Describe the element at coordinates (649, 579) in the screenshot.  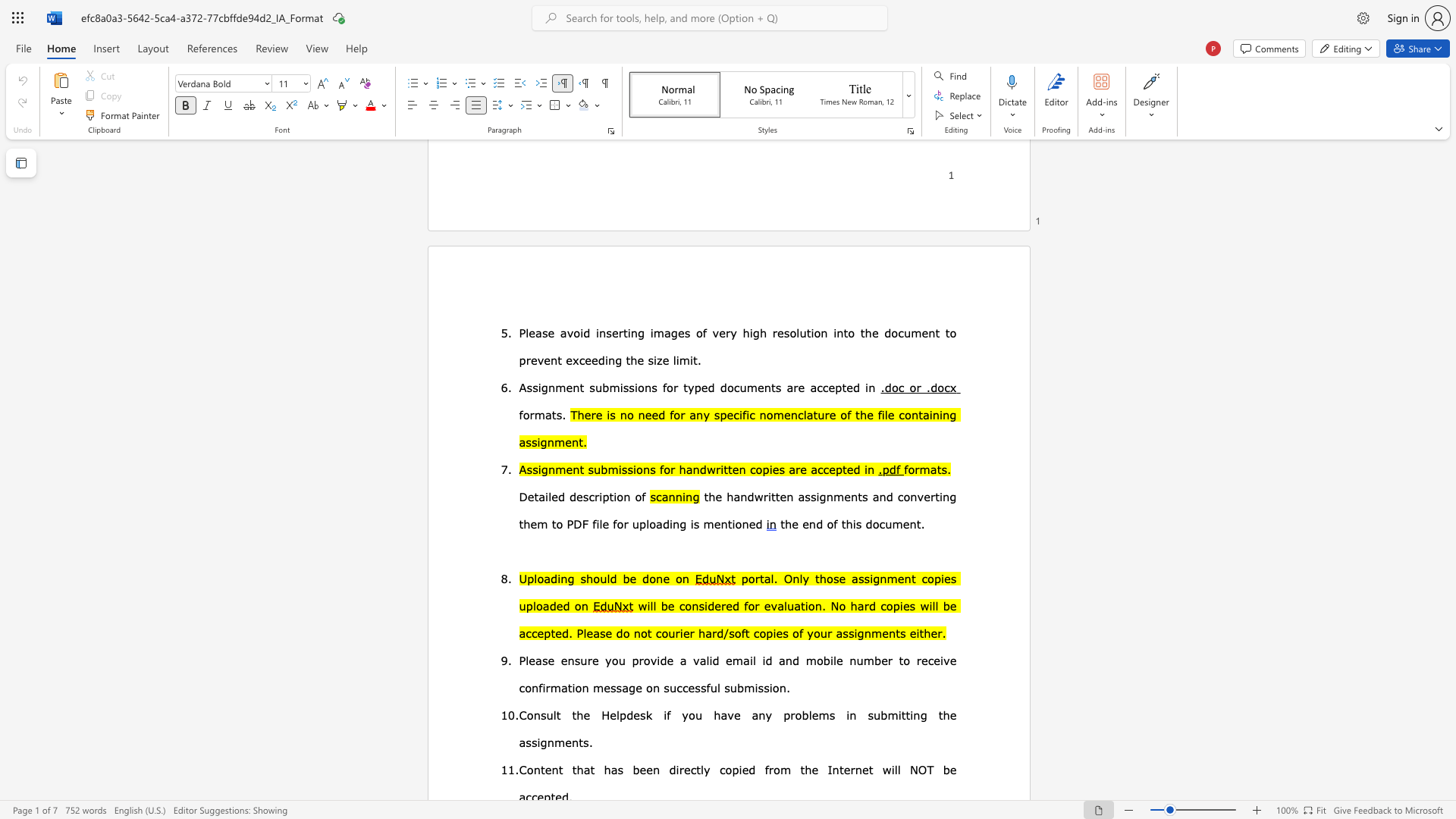
I see `the subset text "one on" within the text "Uploading should be done on"` at that location.